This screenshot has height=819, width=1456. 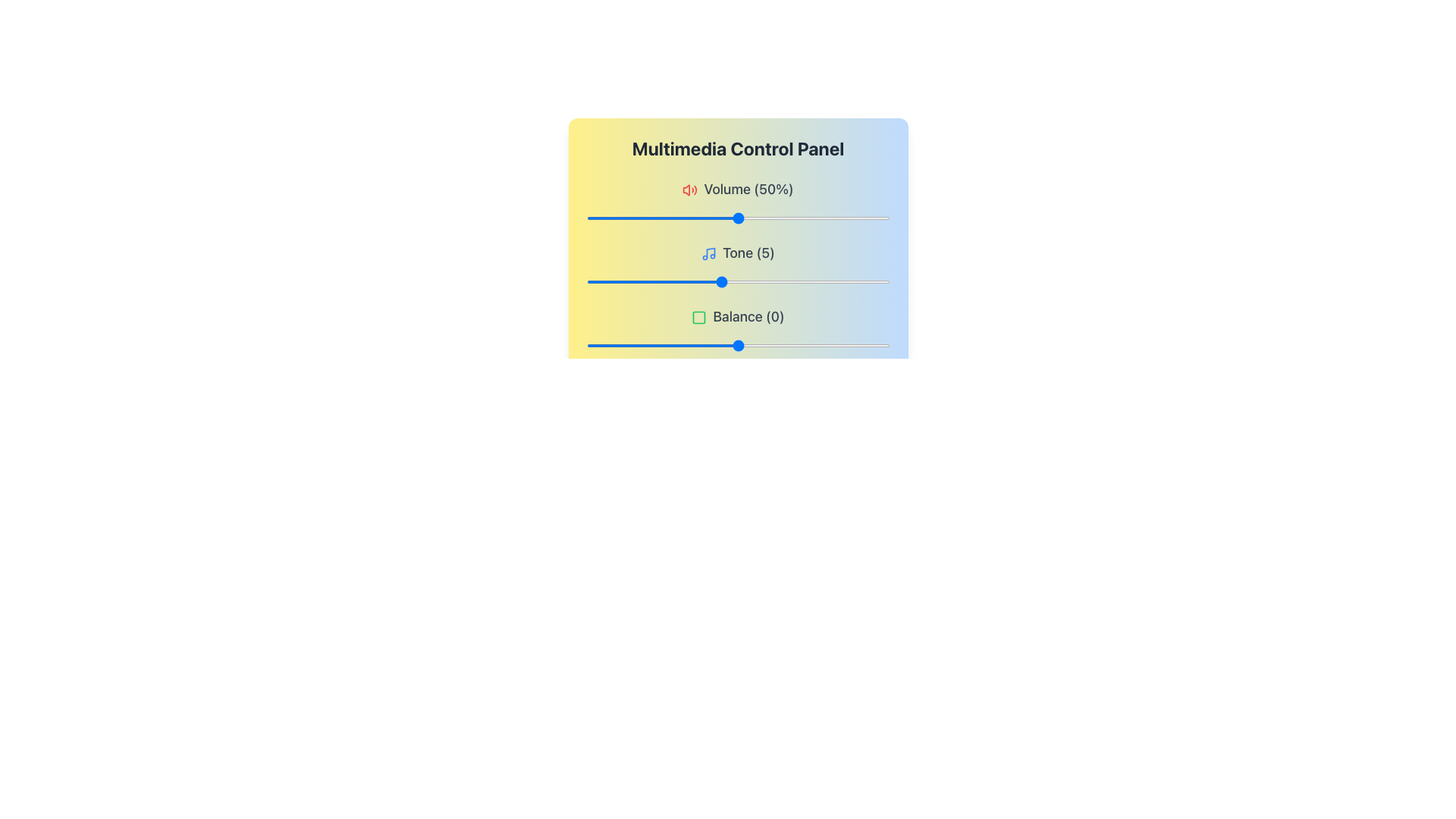 I want to click on the balance, so click(x=822, y=345).